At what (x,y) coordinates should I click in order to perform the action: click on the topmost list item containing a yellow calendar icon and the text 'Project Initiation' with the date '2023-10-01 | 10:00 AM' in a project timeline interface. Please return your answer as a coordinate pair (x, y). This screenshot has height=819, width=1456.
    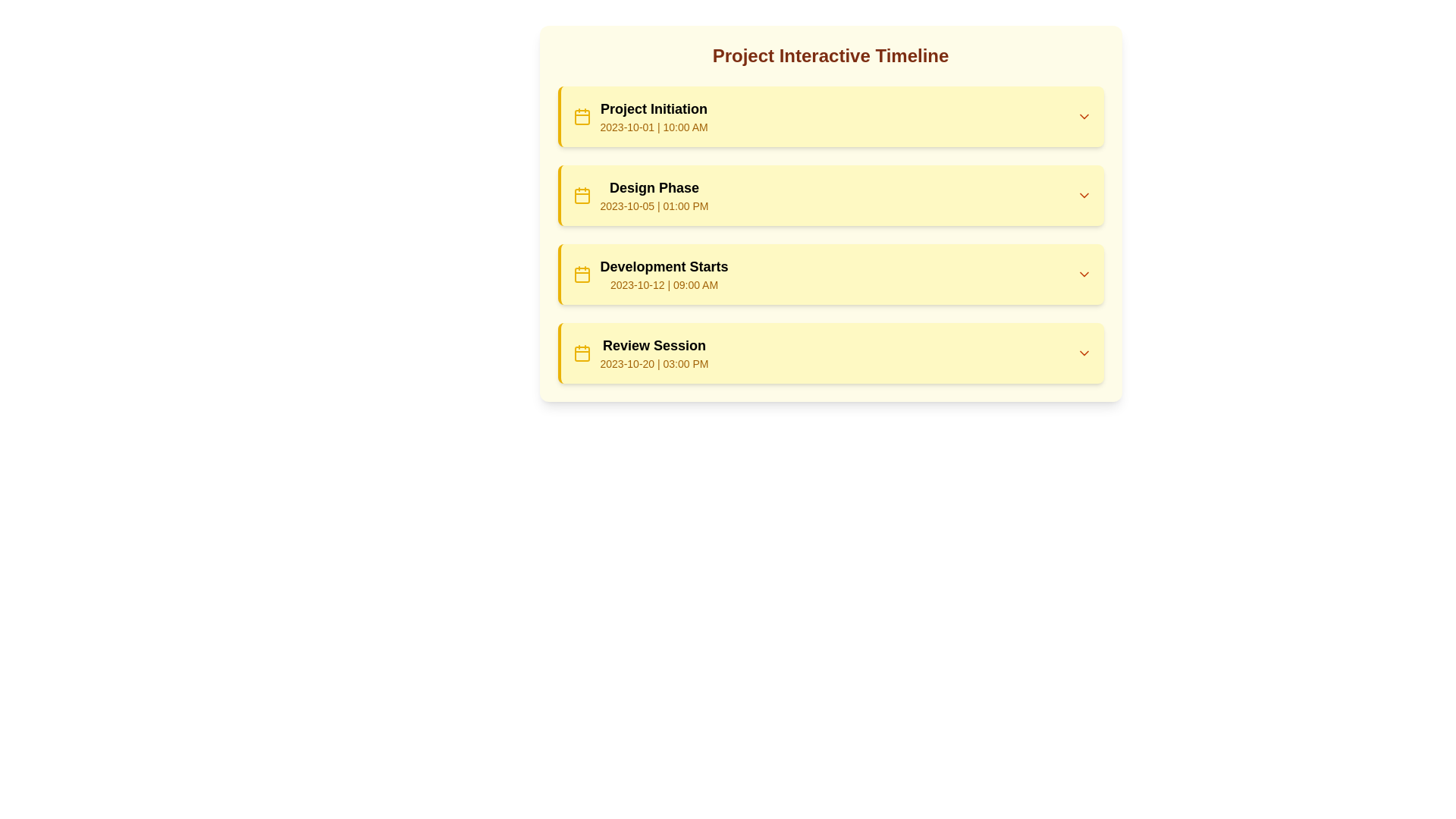
    Looking at the image, I should click on (640, 116).